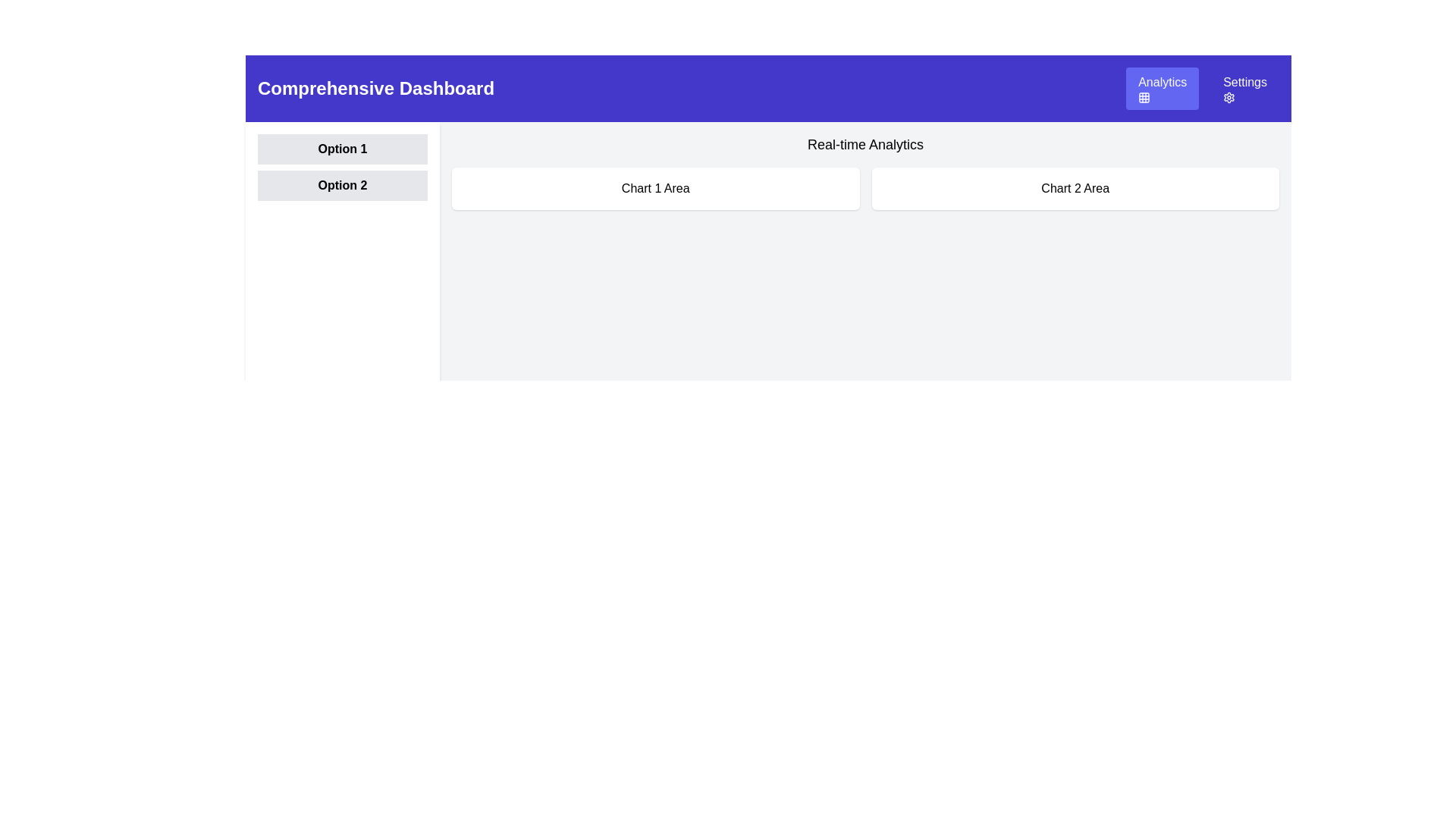 The height and width of the screenshot is (819, 1456). What do you see at coordinates (1202, 88) in the screenshot?
I see `the 'Analytics' button in the Navigation menu located at the top-right corner of the interface` at bounding box center [1202, 88].